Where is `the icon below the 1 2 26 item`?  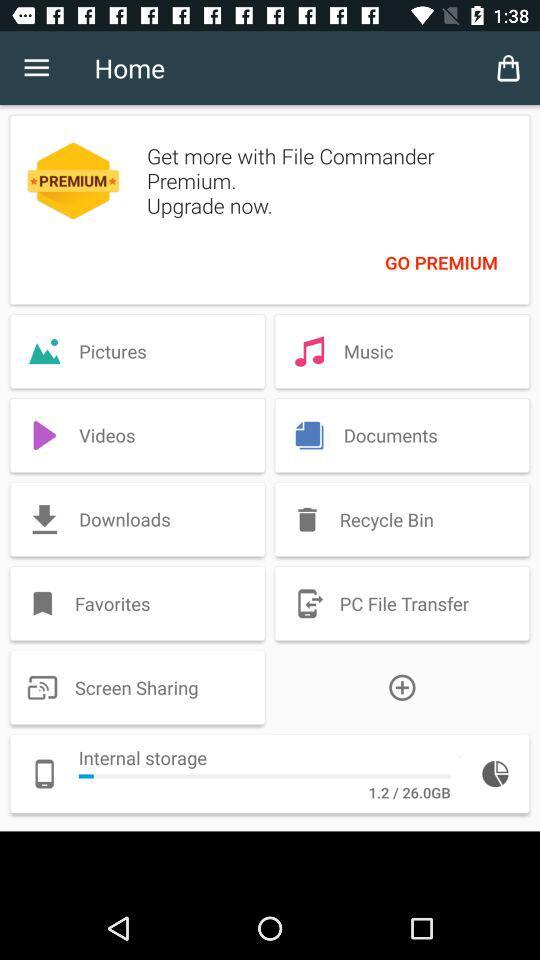 the icon below the 1 2 26 item is located at coordinates (270, 863).